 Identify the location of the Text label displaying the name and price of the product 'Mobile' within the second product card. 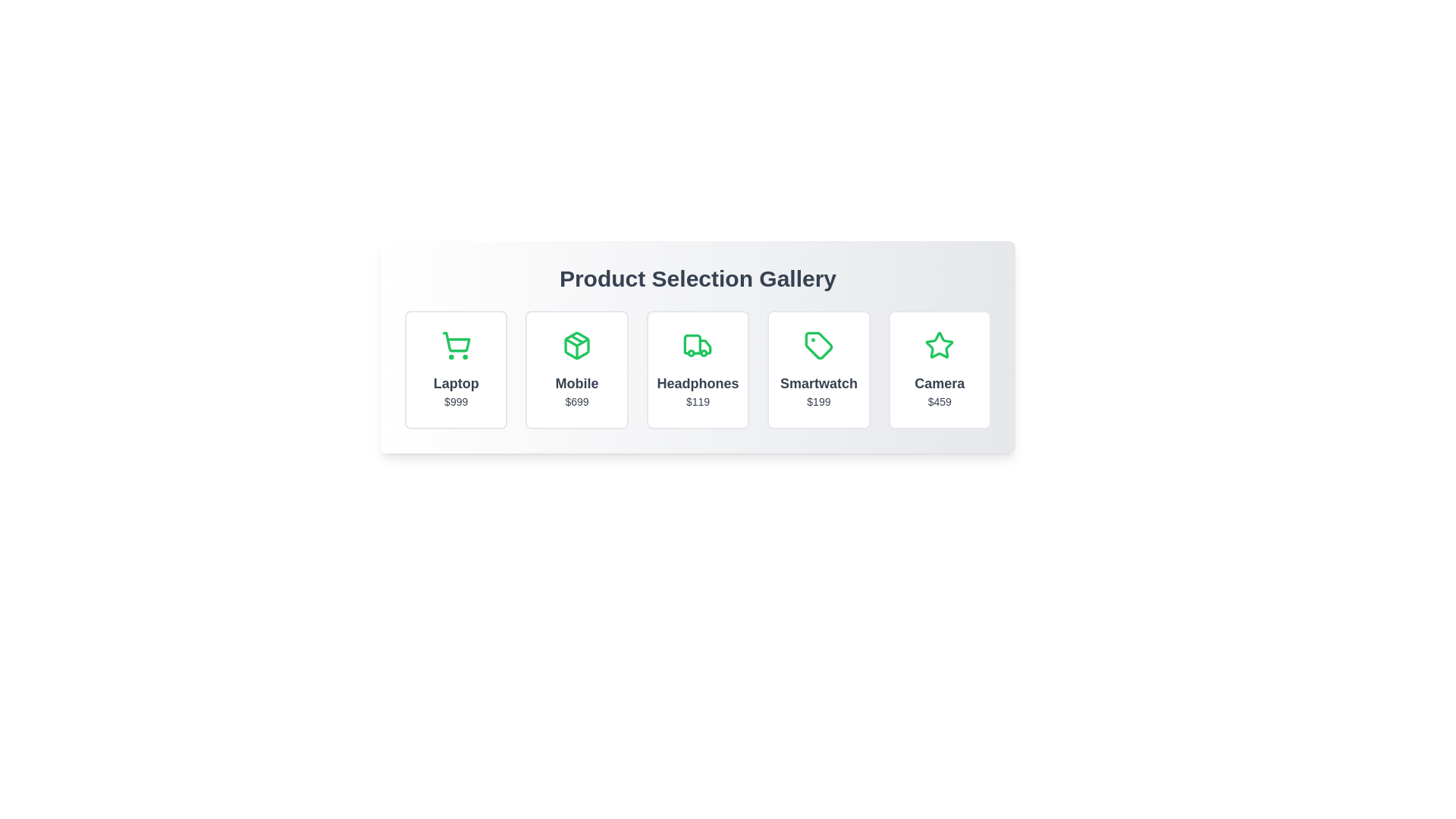
(576, 391).